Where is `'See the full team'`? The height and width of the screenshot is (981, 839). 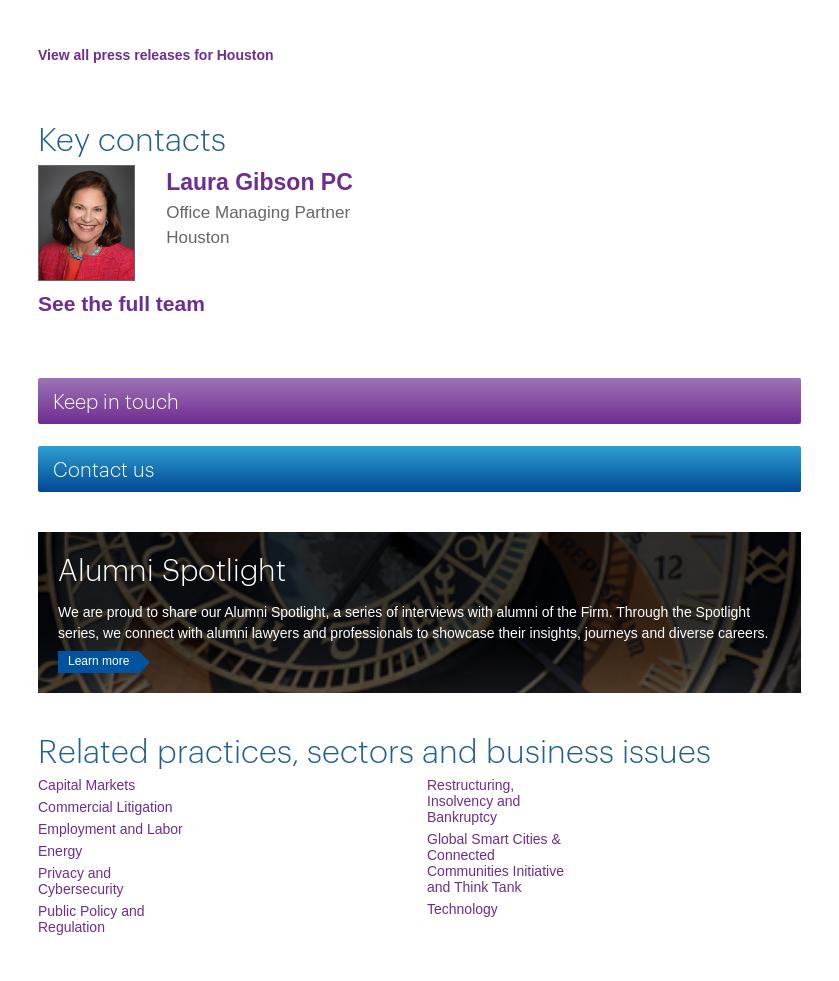
'See the full team' is located at coordinates (120, 301).